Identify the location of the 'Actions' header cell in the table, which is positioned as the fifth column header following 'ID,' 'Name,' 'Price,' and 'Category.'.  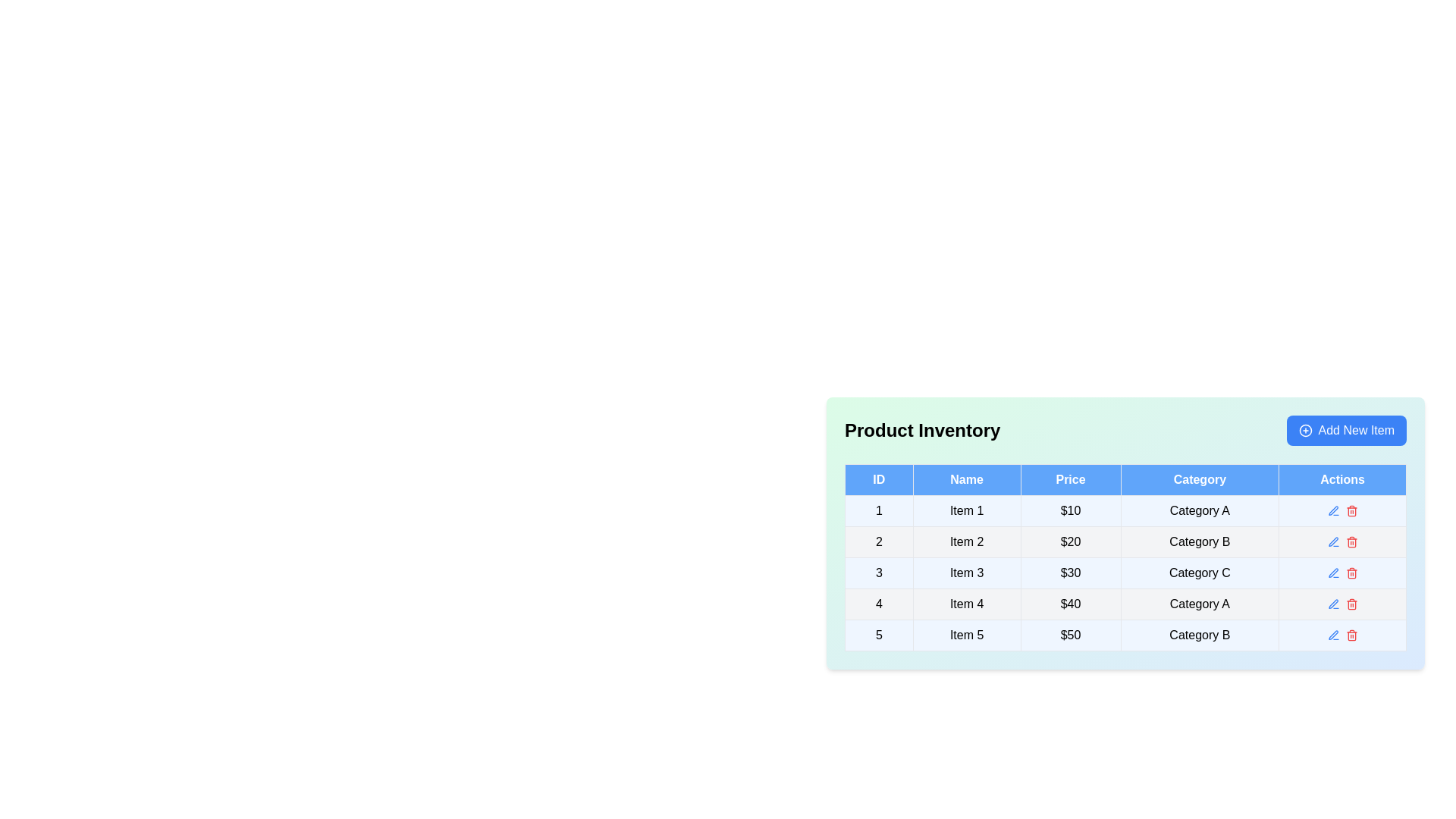
(1342, 479).